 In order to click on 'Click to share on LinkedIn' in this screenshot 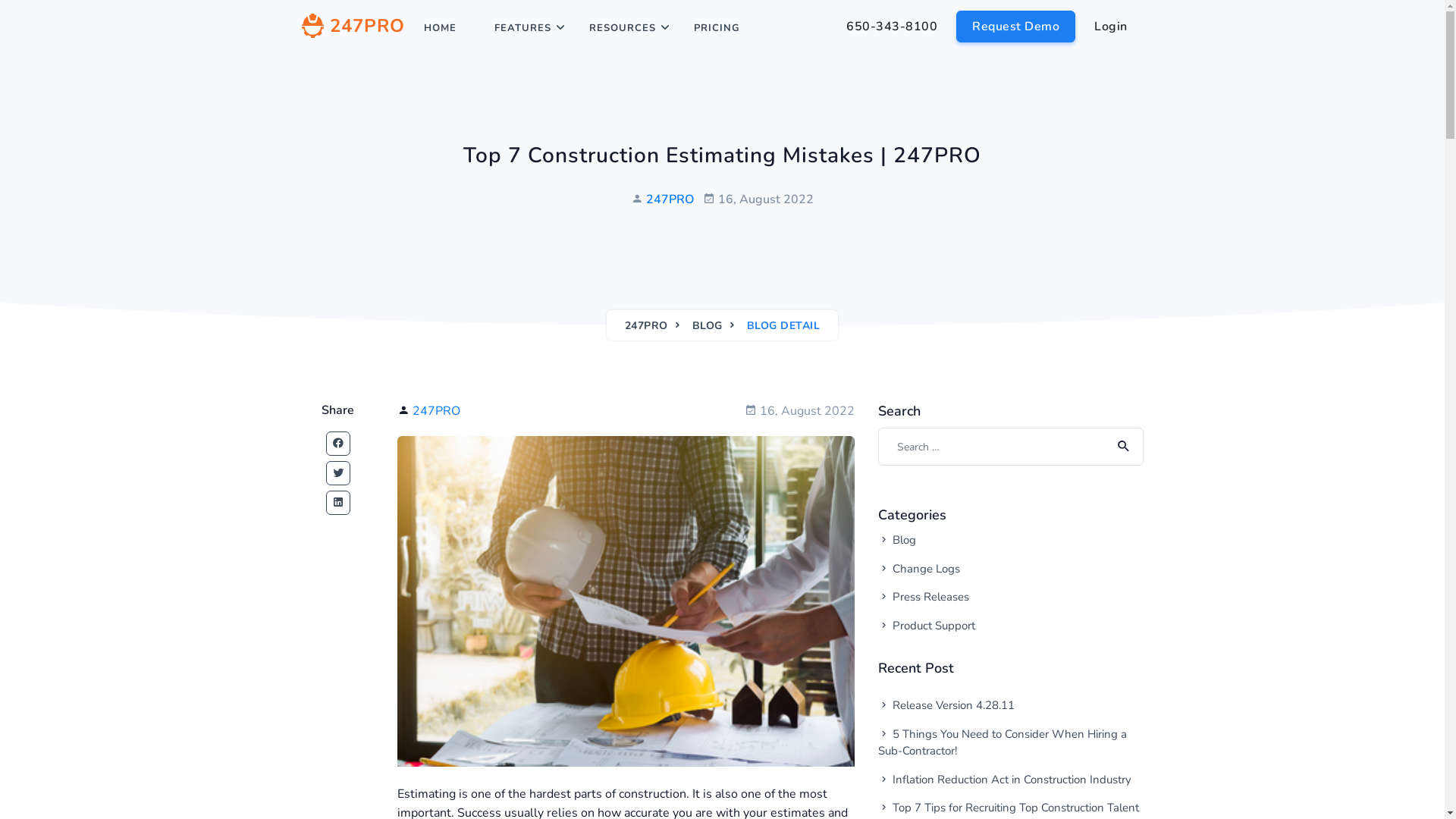, I will do `click(337, 503)`.